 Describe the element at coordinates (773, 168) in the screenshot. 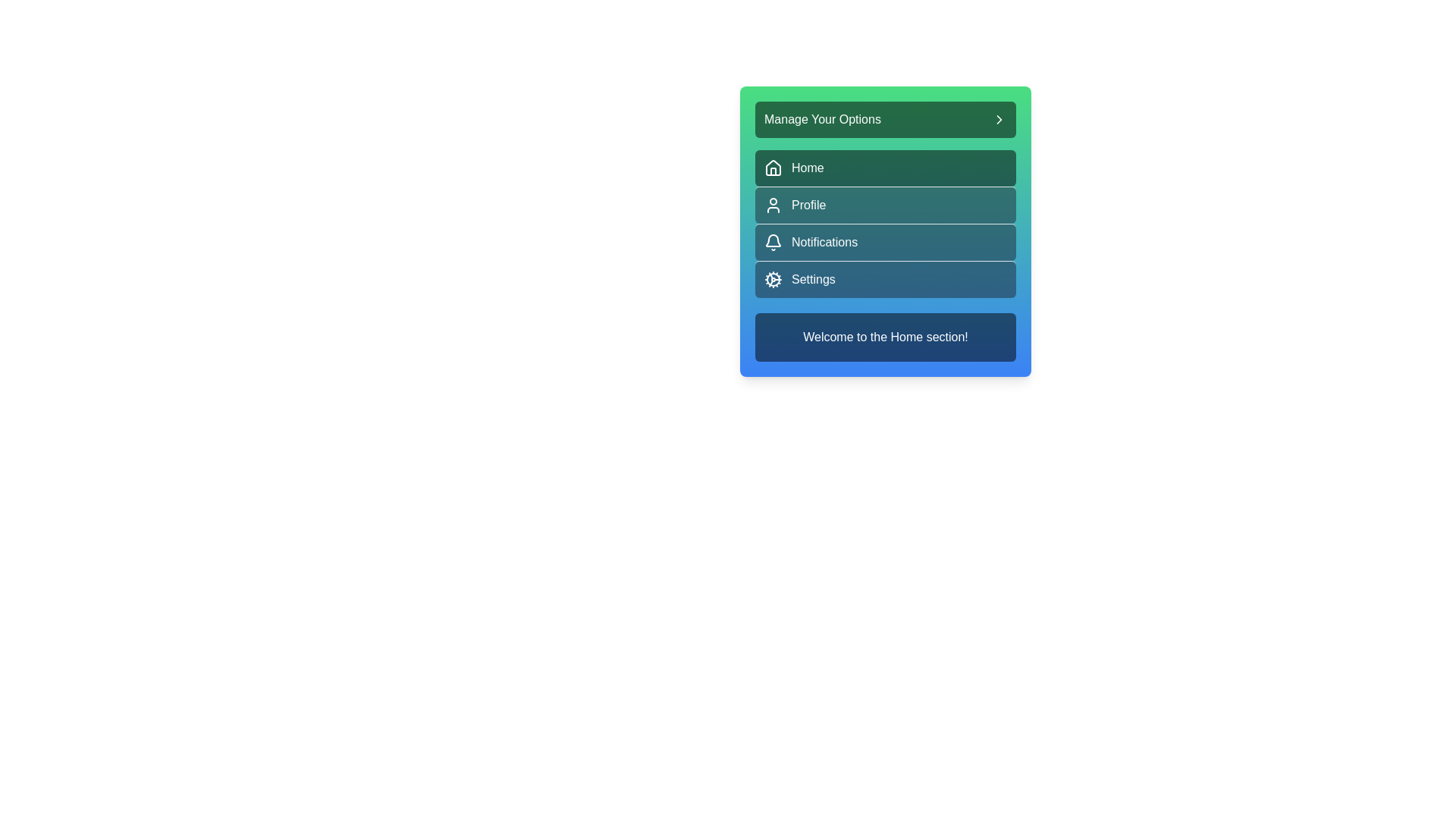

I see `the house icon located on the left side of the 'Home' button in the first row of the vertical menu as a visual cue` at that location.